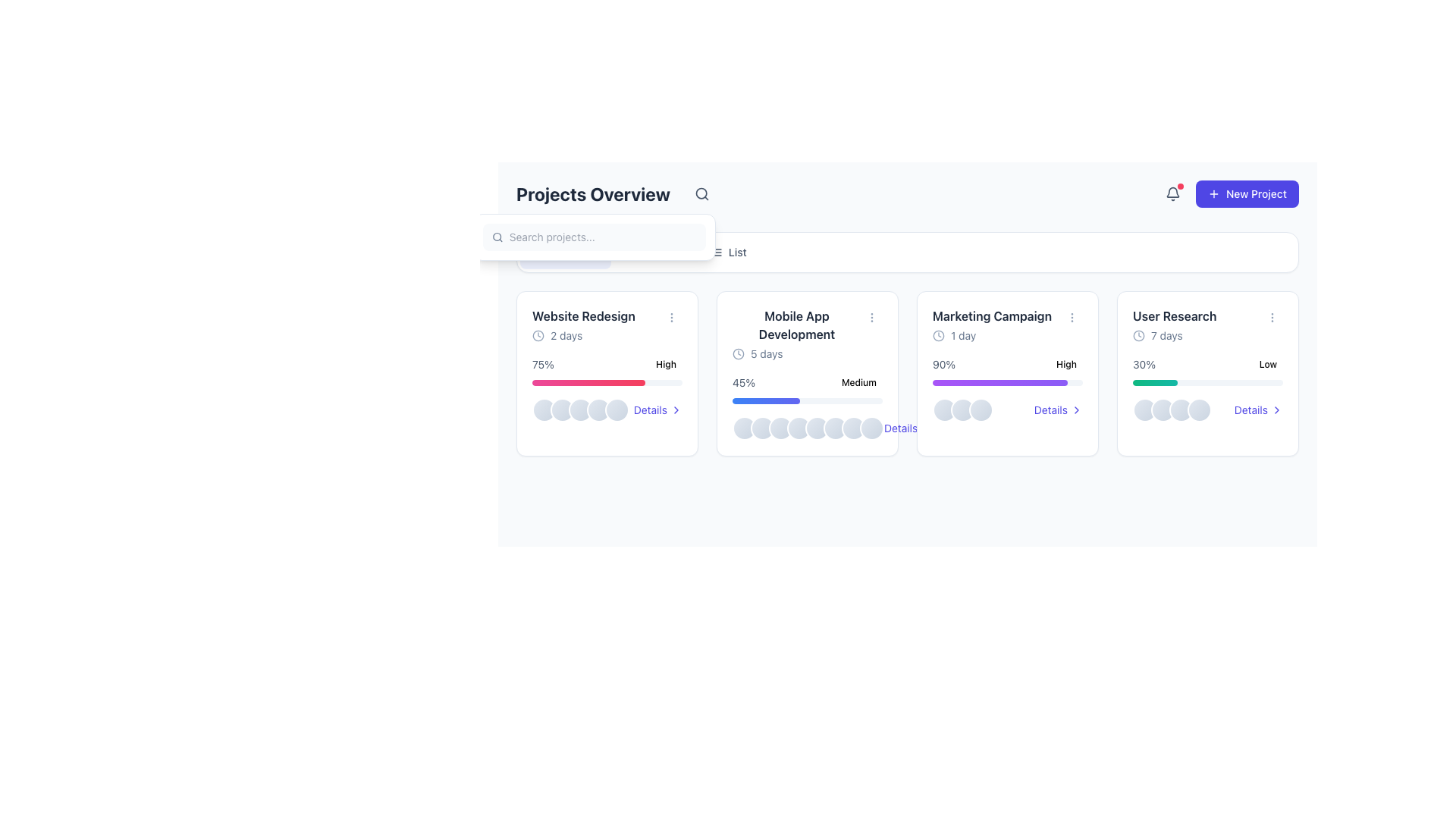 This screenshot has height=819, width=1456. Describe the element at coordinates (701, 193) in the screenshot. I see `the magnifying glass icon associated with the search function located in the top right of the header section next to 'Projects Overview'` at that location.